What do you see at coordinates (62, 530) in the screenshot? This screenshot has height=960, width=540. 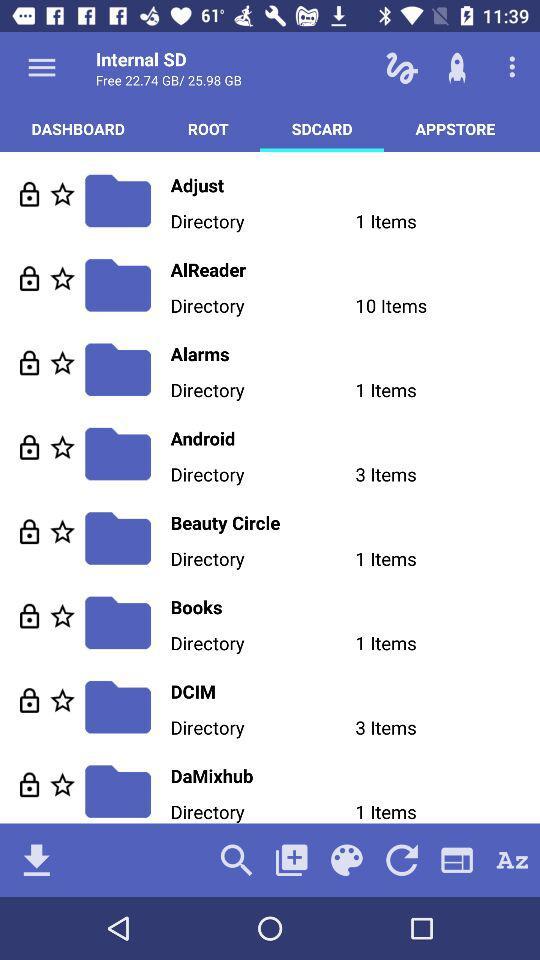 I see `favourite` at bounding box center [62, 530].